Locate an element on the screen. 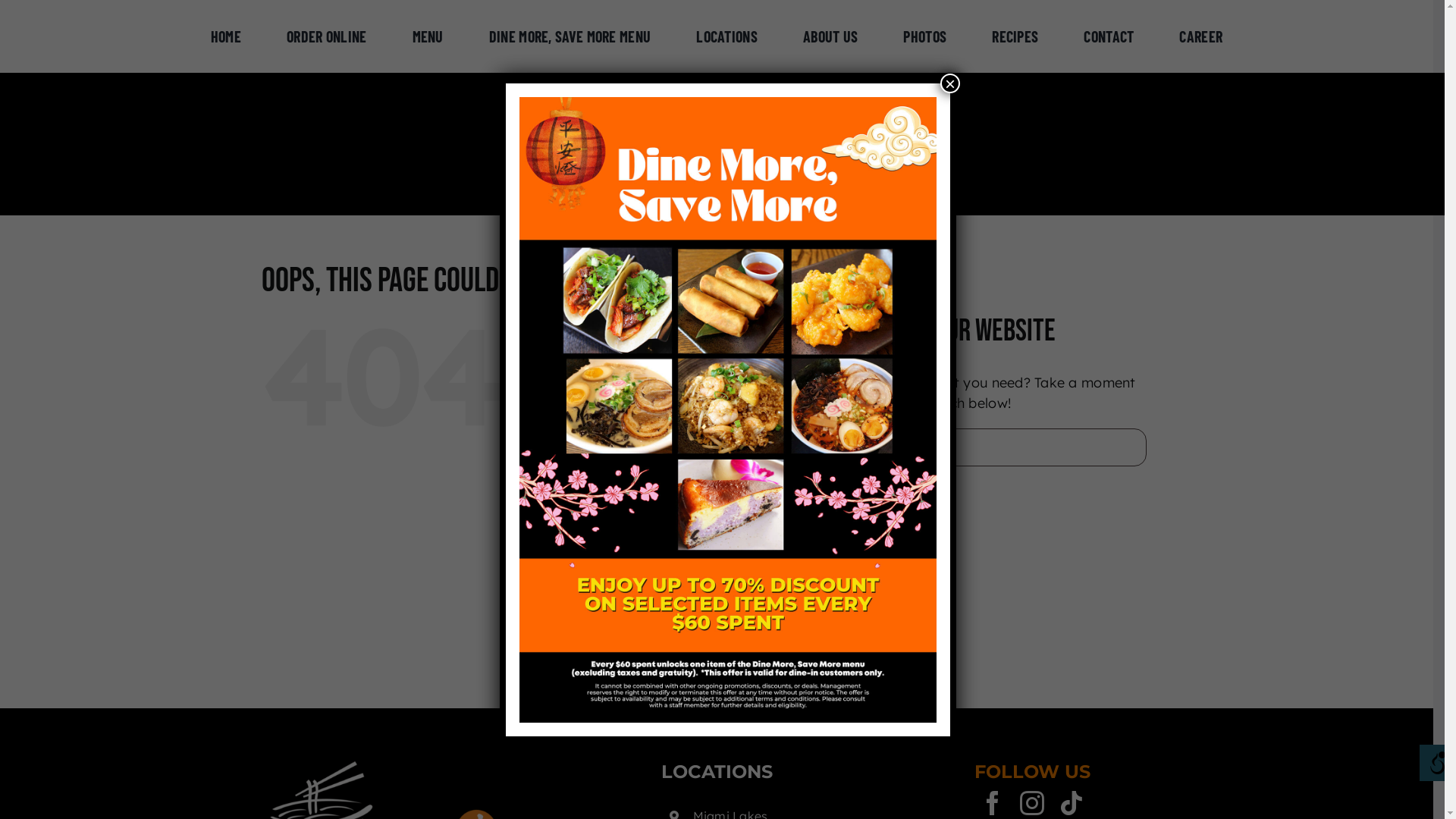  'Menu' is located at coordinates (652, 444).